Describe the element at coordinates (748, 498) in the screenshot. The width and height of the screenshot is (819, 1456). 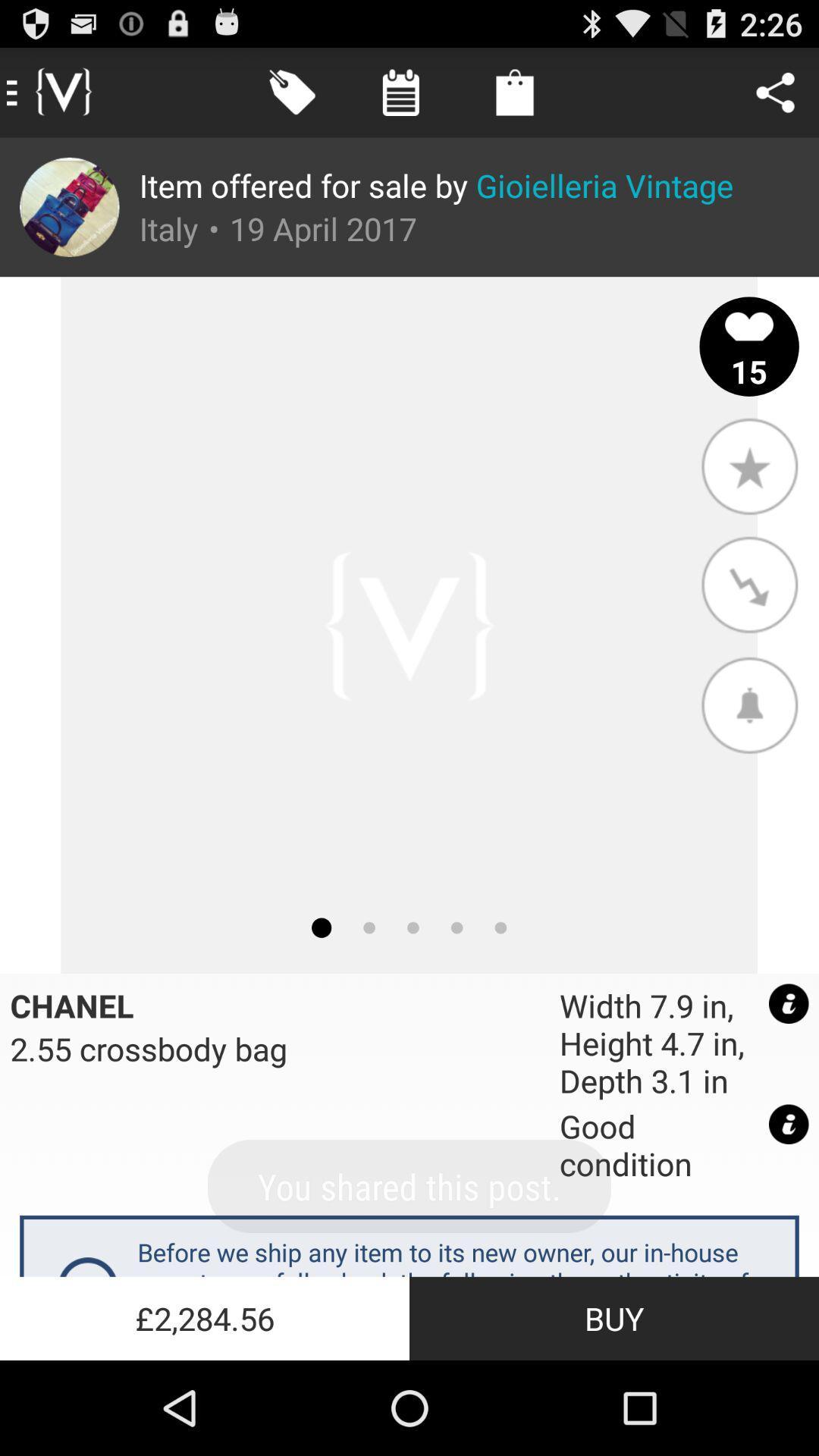
I see `the star icon` at that location.